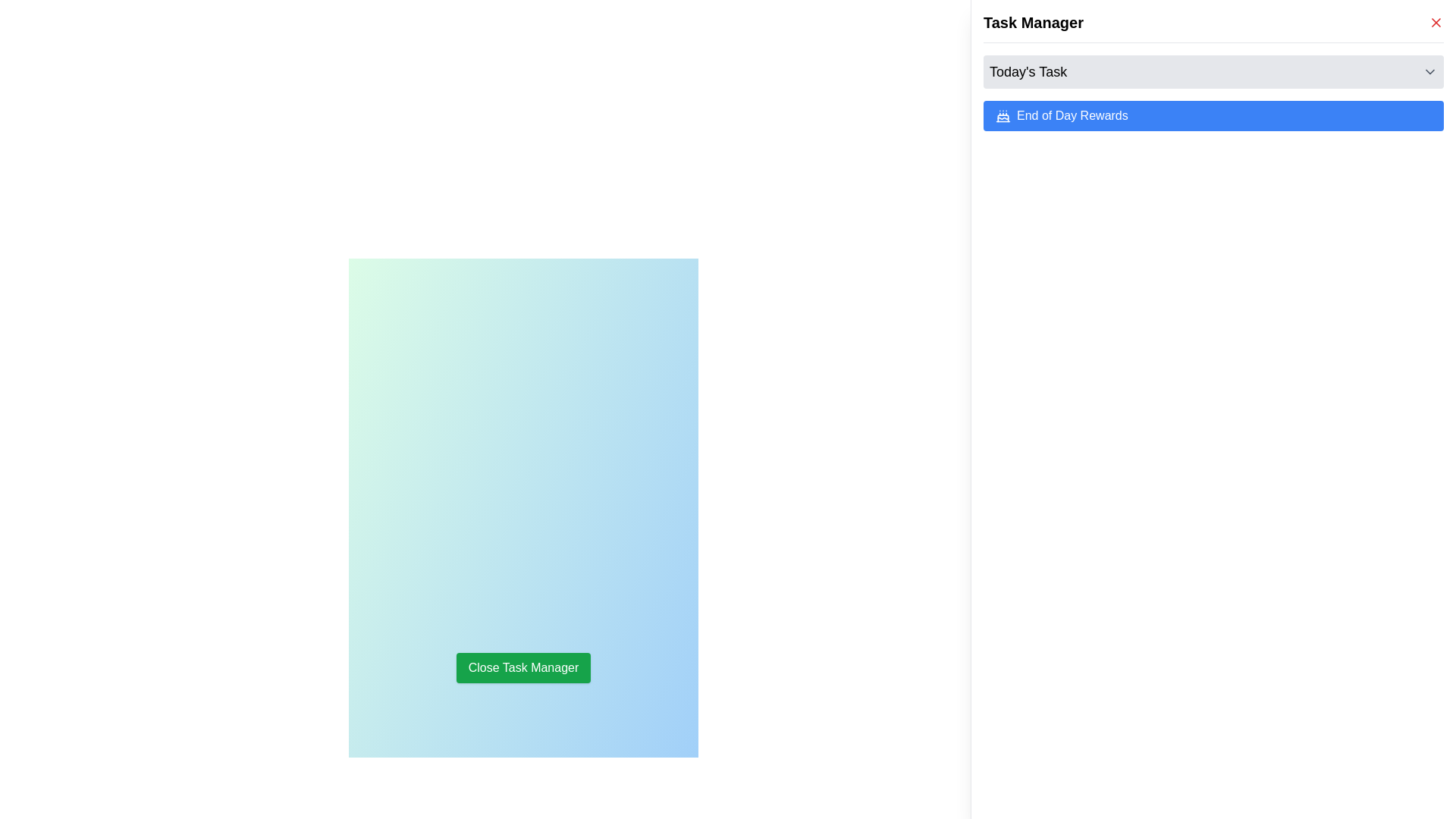  Describe the element at coordinates (1436, 23) in the screenshot. I see `the close button located in the top-right corner of the interface next to the title 'Task Manager'` at that location.